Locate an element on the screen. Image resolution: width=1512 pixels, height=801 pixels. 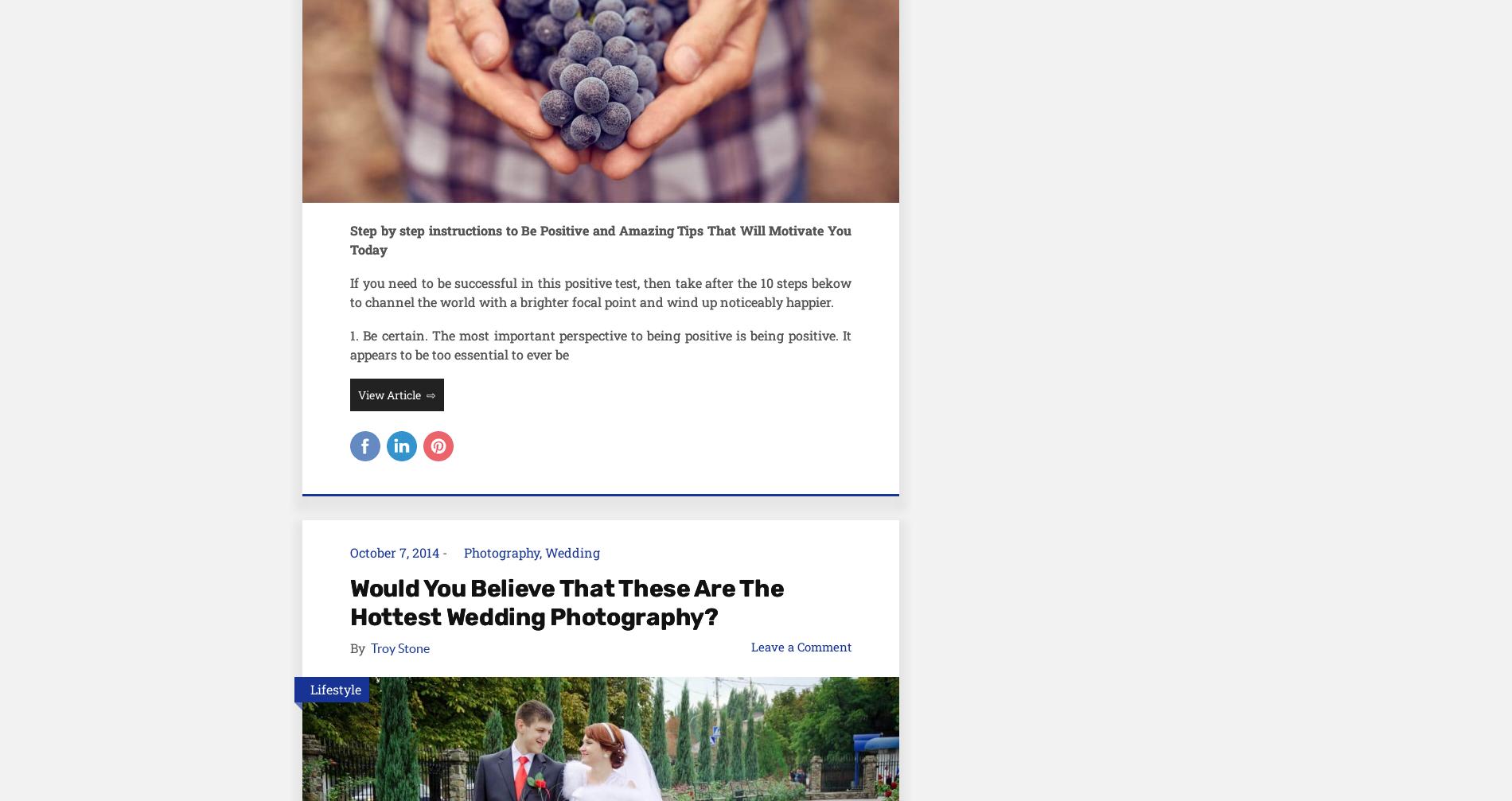
',' is located at coordinates (542, 550).